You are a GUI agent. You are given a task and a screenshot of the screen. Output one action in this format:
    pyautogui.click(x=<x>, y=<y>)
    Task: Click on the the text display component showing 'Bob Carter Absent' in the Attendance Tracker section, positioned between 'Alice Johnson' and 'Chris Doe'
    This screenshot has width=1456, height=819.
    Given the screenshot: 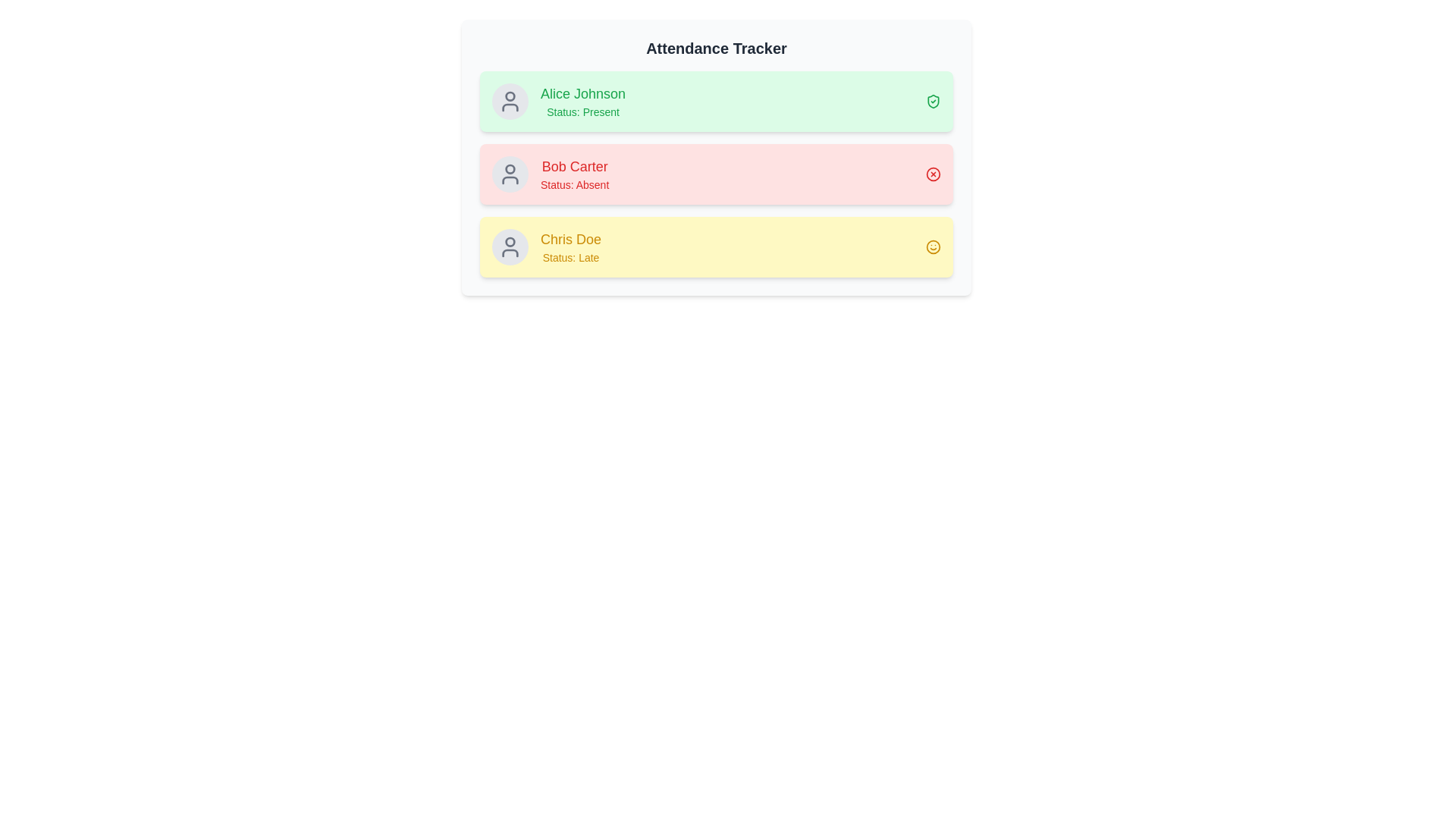 What is the action you would take?
    pyautogui.click(x=574, y=174)
    